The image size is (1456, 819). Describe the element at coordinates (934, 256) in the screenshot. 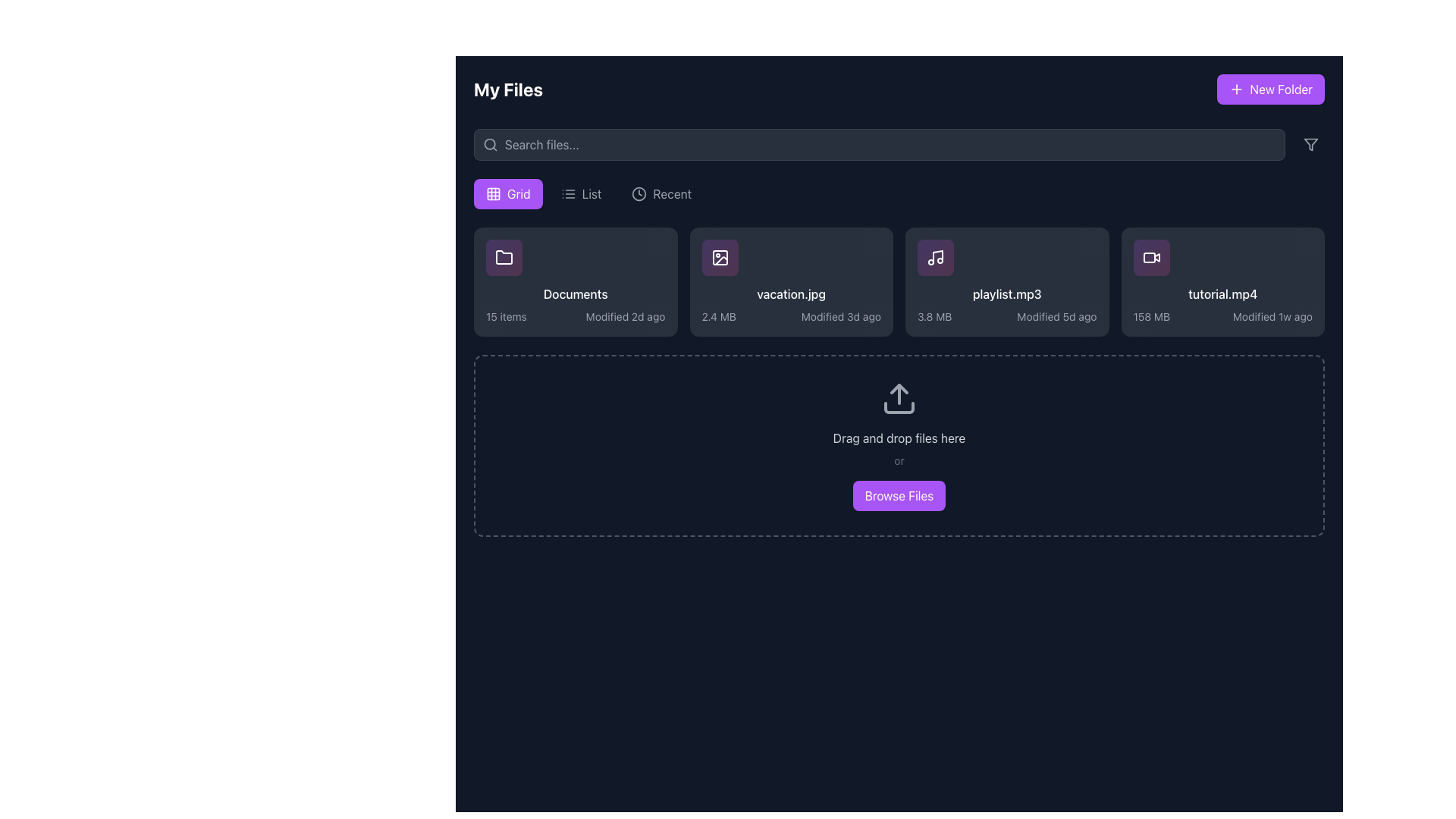

I see `the SVG Icon representing the 'playlist.mp3' file card, which is located at the center of the file card in the 'My Files' section` at that location.